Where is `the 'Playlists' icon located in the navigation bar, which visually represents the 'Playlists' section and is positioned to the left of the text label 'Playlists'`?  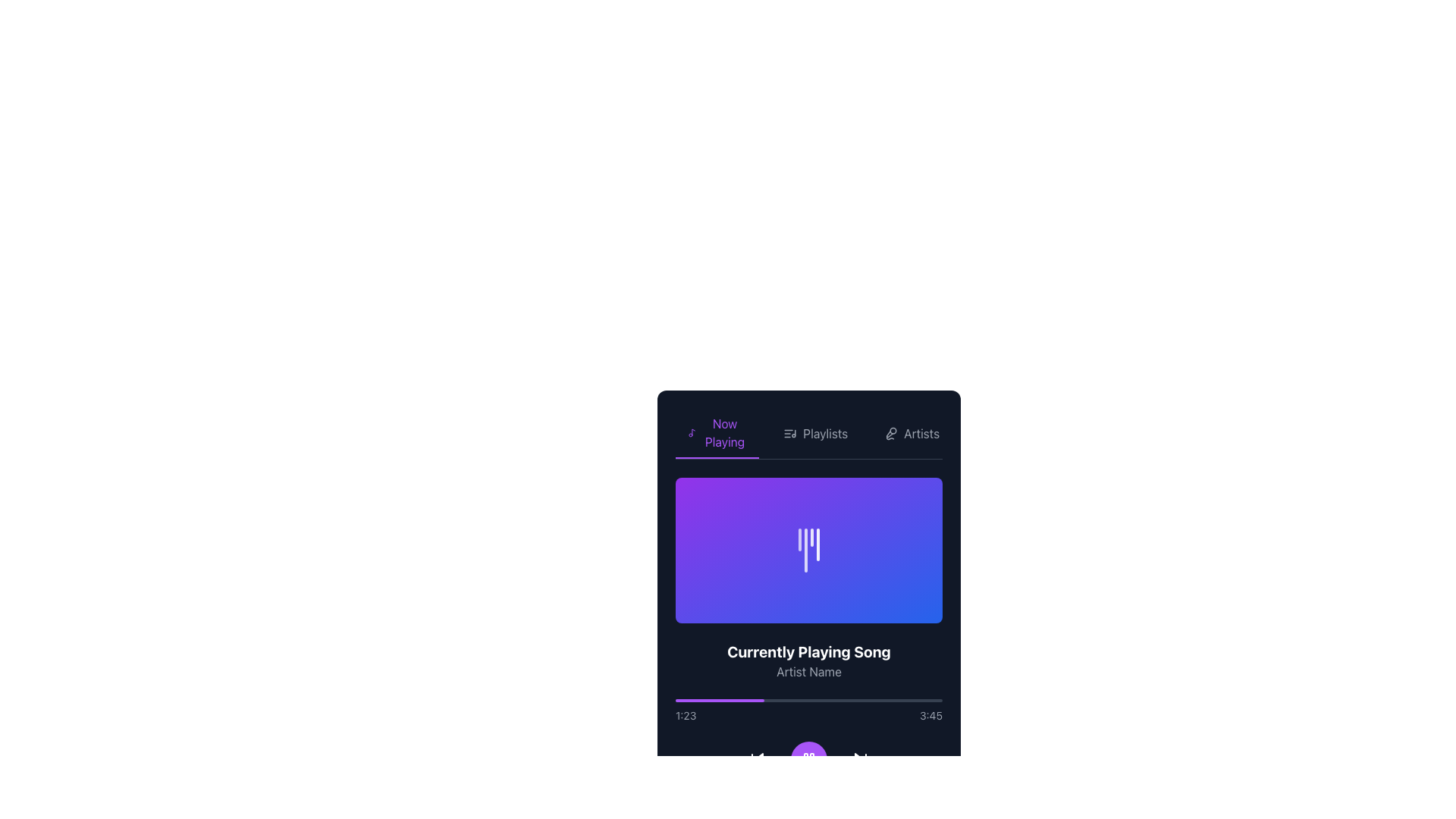 the 'Playlists' icon located in the navigation bar, which visually represents the 'Playlists' section and is positioned to the left of the text label 'Playlists' is located at coordinates (789, 433).